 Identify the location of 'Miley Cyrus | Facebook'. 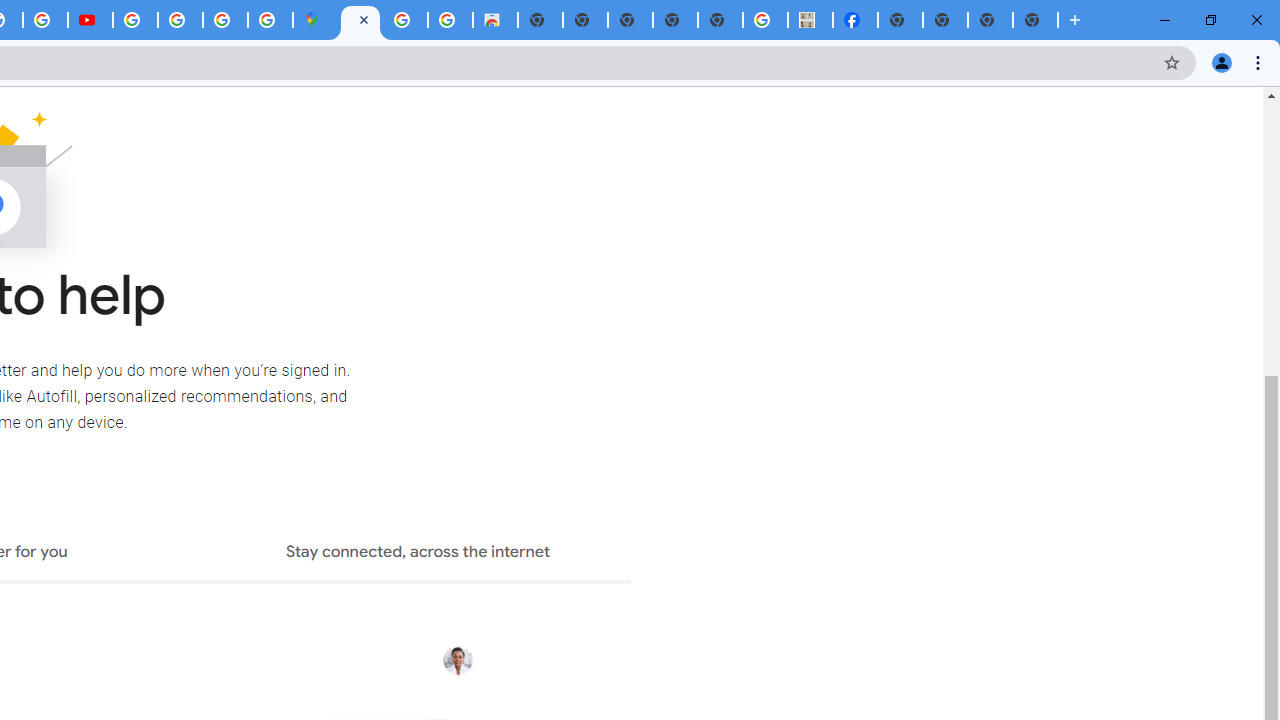
(855, 20).